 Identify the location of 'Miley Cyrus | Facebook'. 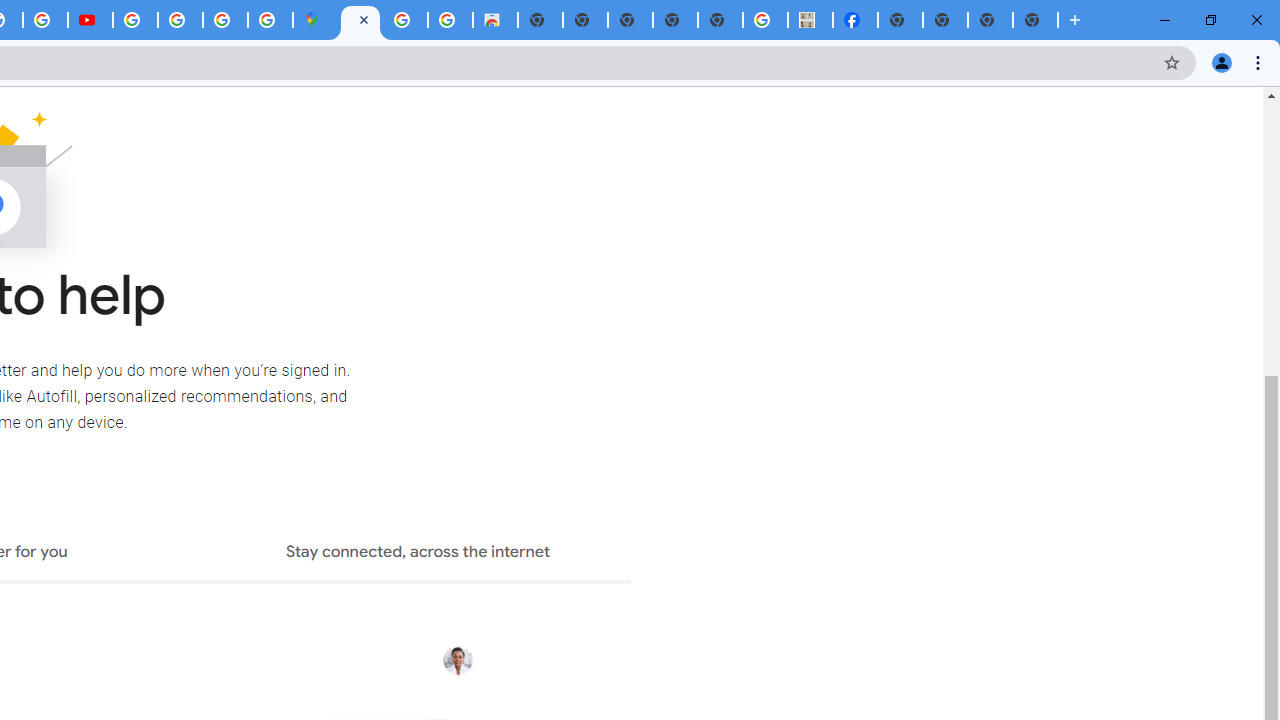
(855, 20).